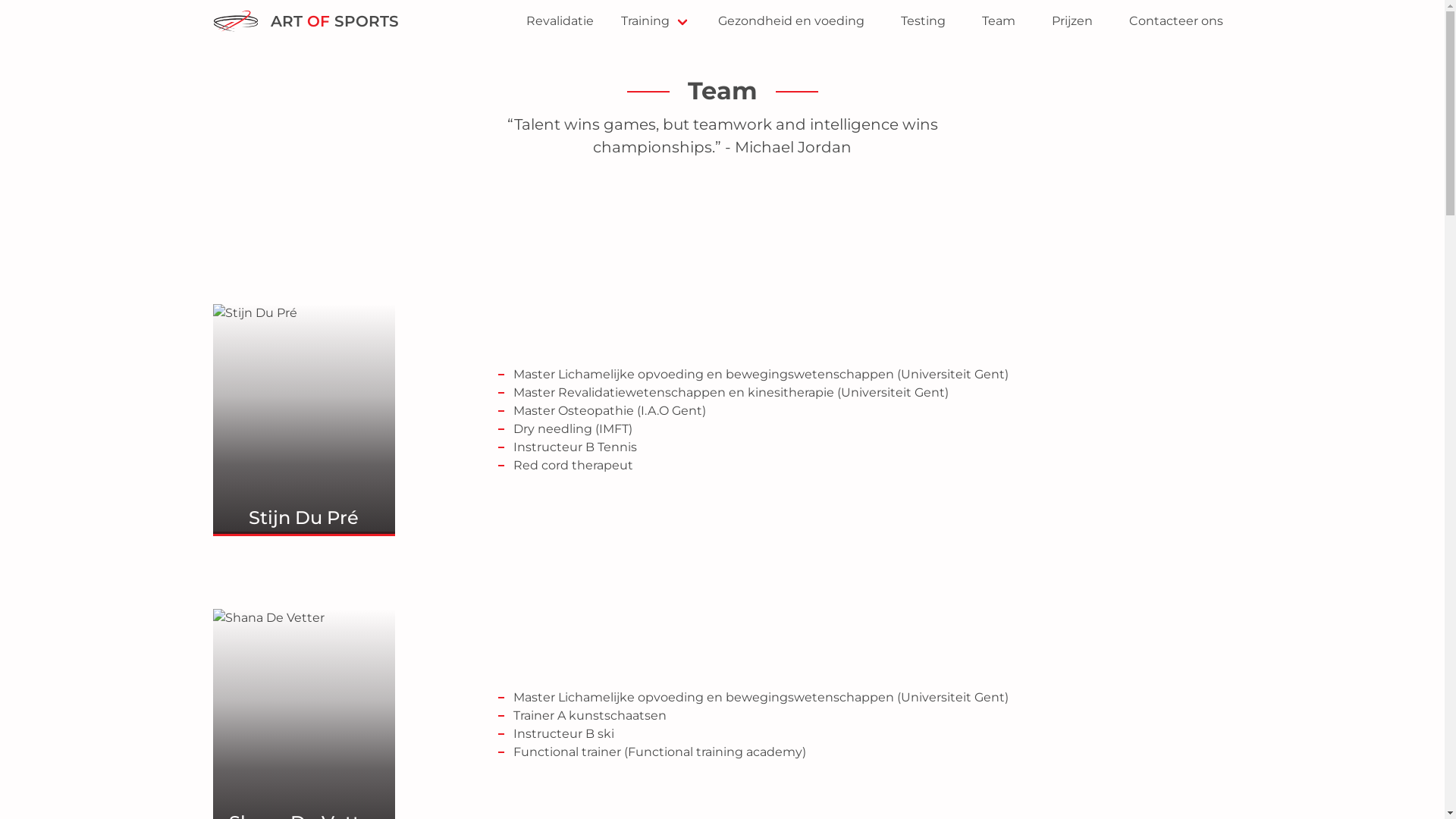 The image size is (1456, 819). I want to click on 'Testing', so click(922, 20).